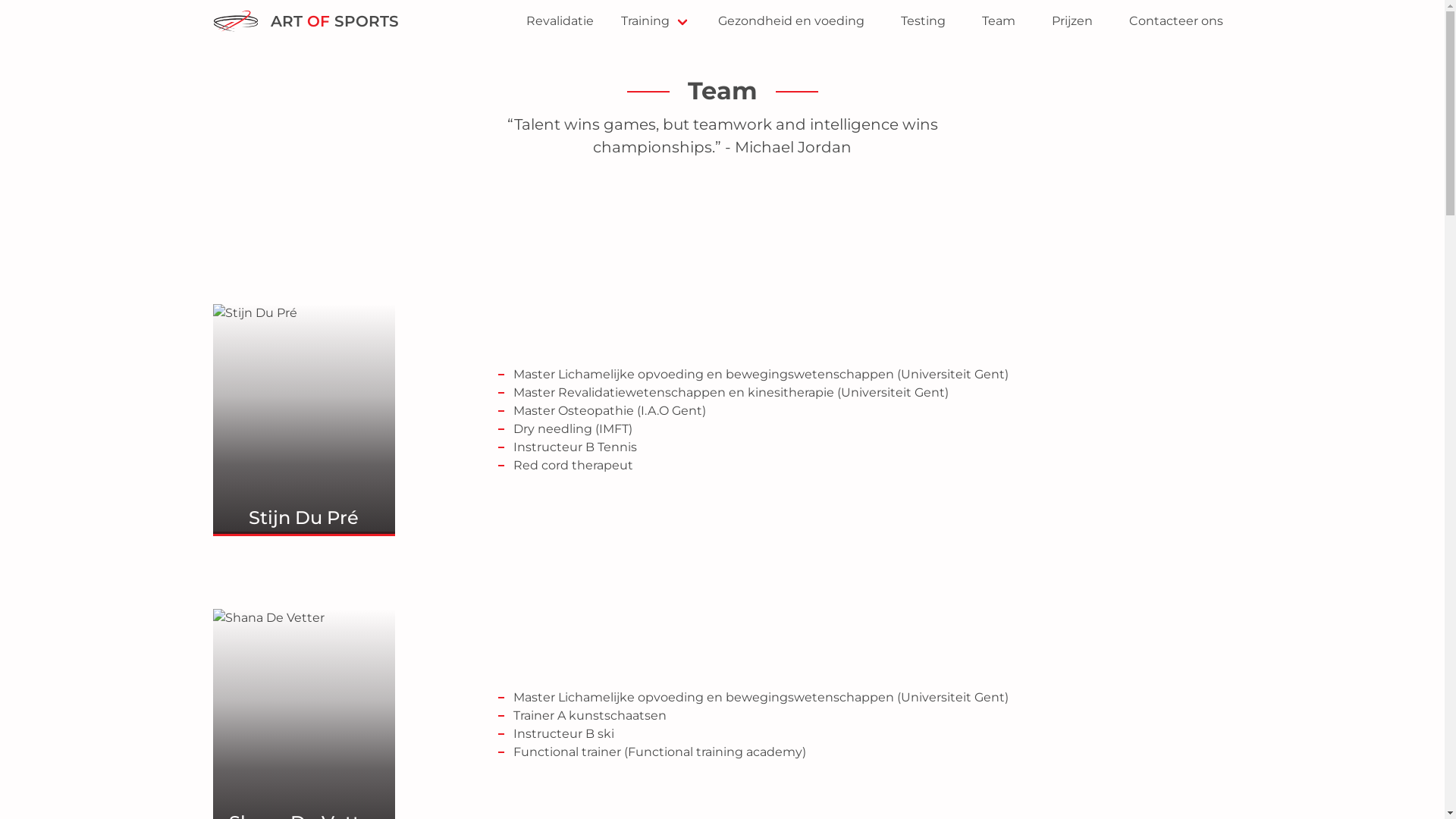 The image size is (1456, 819). I want to click on 'Testing', so click(922, 20).